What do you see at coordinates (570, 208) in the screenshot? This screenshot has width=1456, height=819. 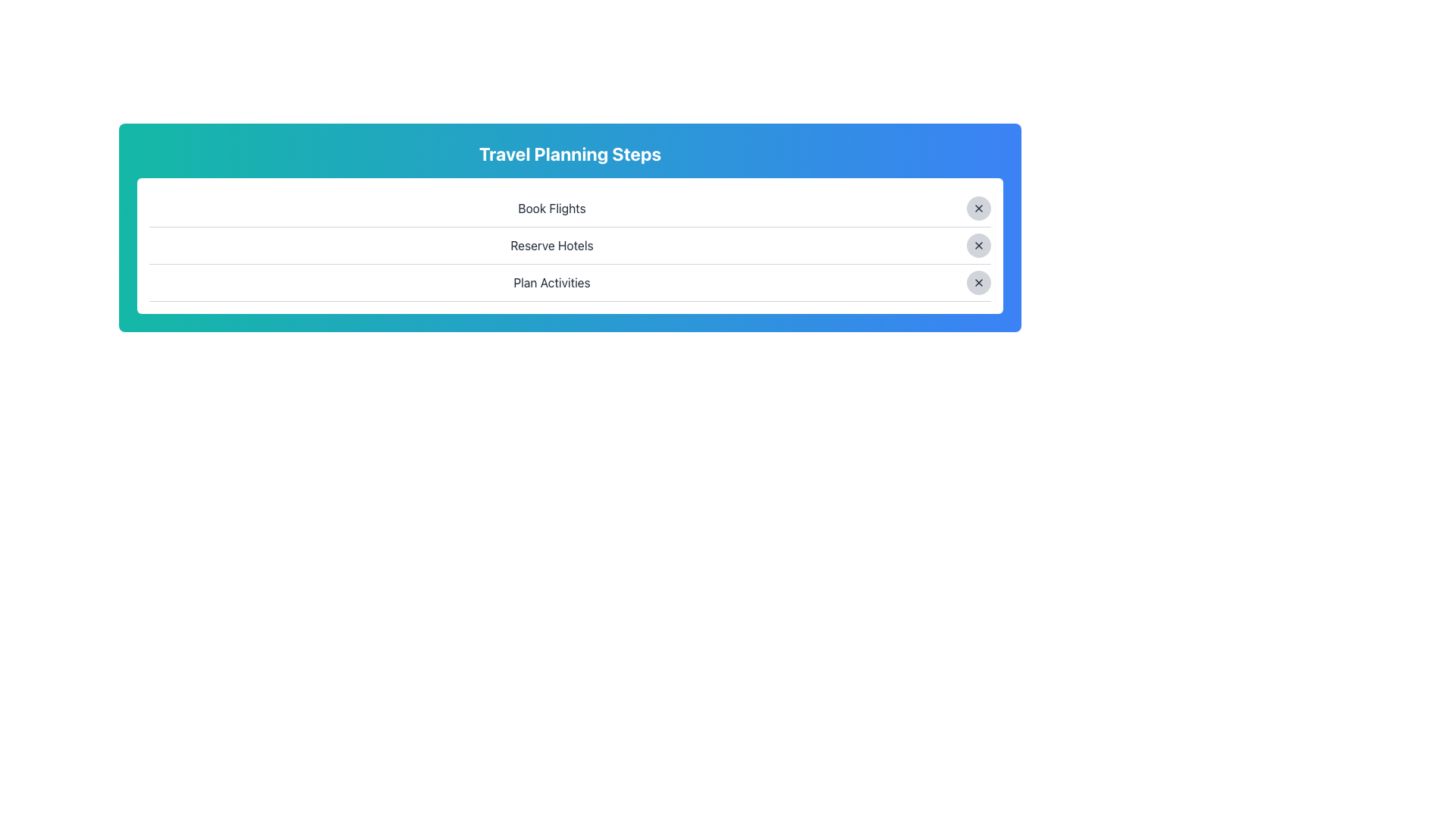 I see `the first list item under 'Travel Planning Steps'` at bounding box center [570, 208].